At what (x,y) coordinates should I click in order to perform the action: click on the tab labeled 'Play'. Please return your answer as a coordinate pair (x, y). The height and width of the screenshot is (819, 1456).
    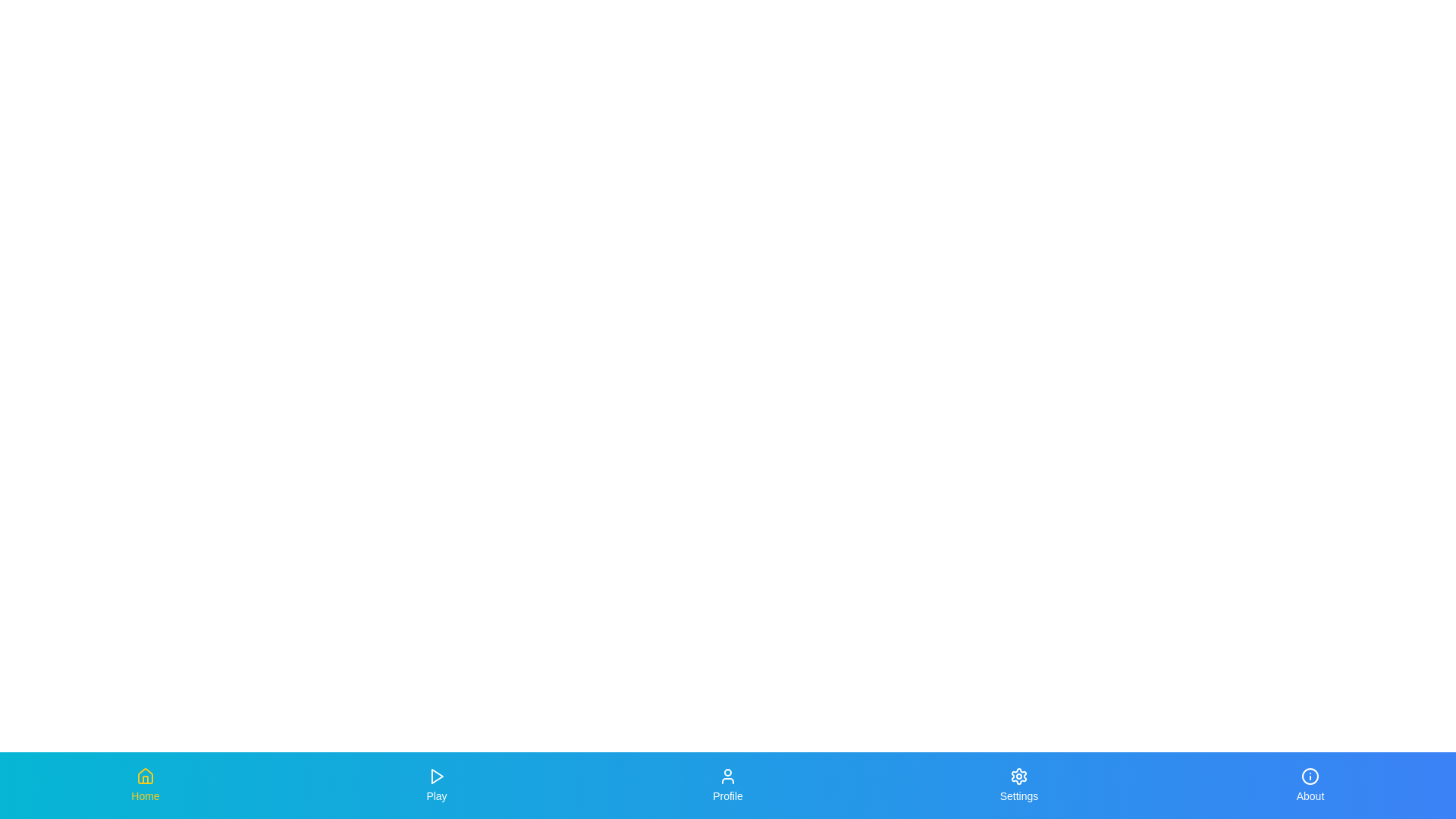
    Looking at the image, I should click on (436, 785).